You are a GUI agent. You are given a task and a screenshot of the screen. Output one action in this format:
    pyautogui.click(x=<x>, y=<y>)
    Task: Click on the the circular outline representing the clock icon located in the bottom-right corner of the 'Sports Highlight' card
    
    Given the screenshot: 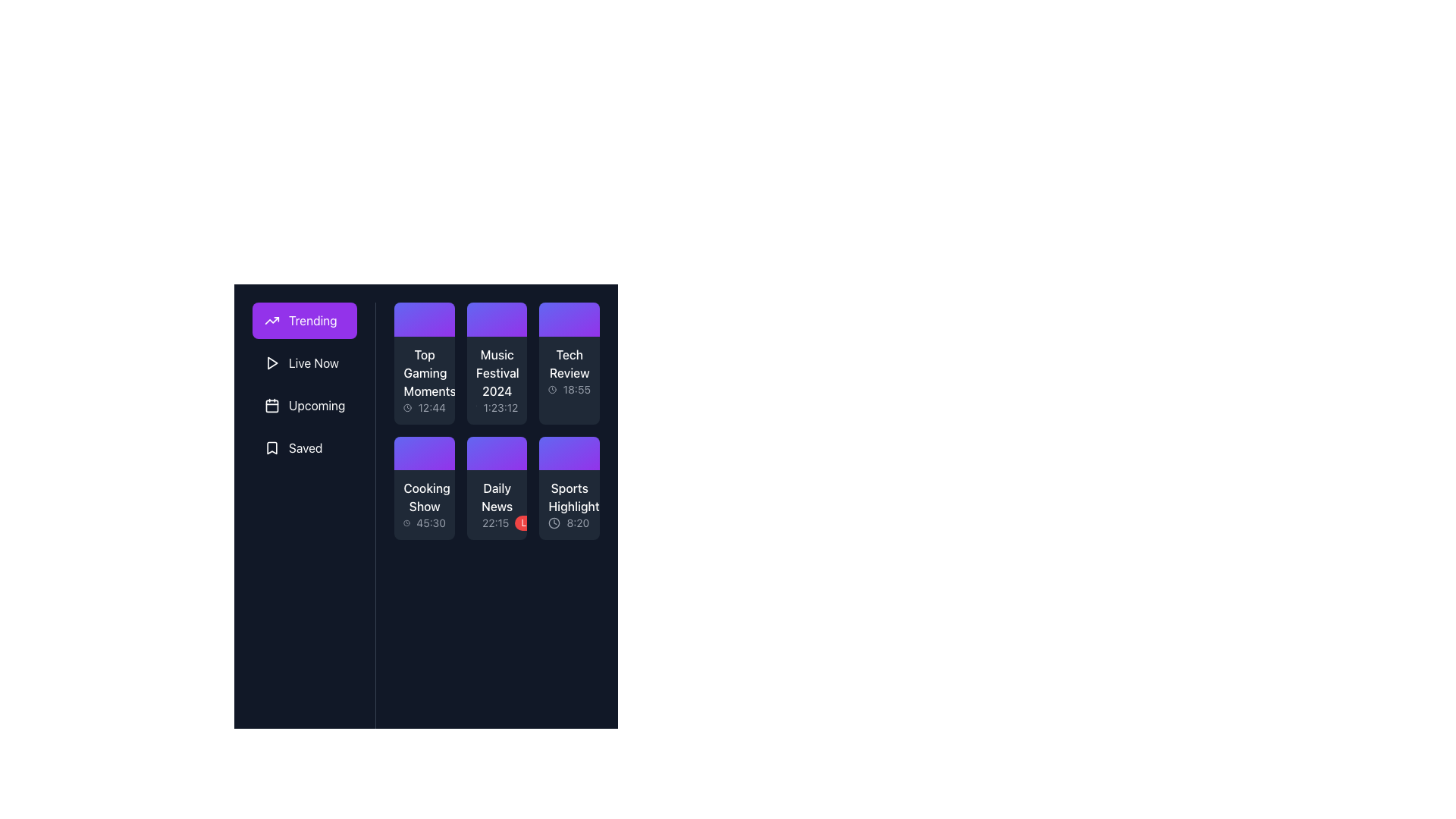 What is the action you would take?
    pyautogui.click(x=554, y=522)
    